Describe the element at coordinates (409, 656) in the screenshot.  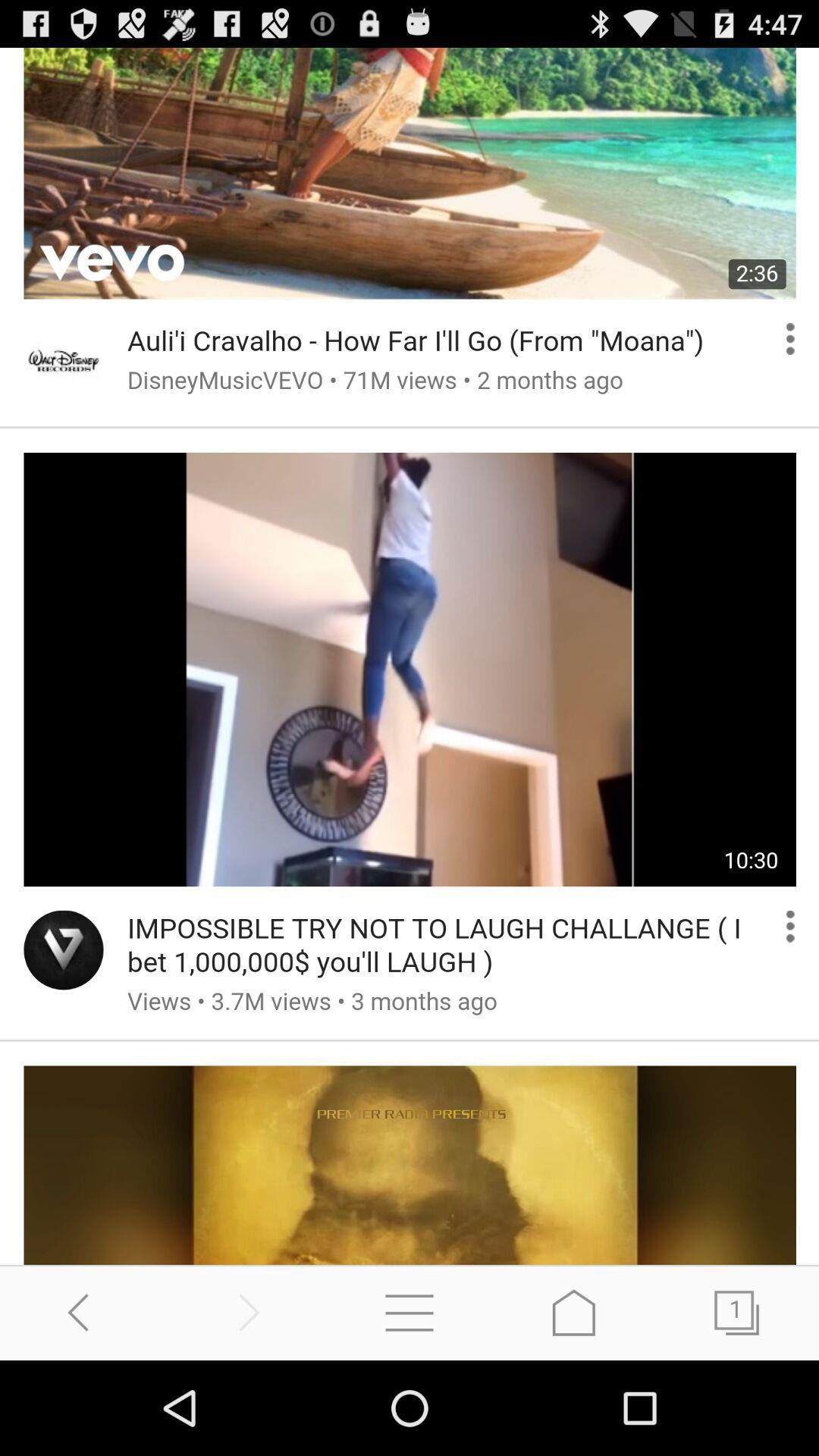
I see `opens video` at that location.